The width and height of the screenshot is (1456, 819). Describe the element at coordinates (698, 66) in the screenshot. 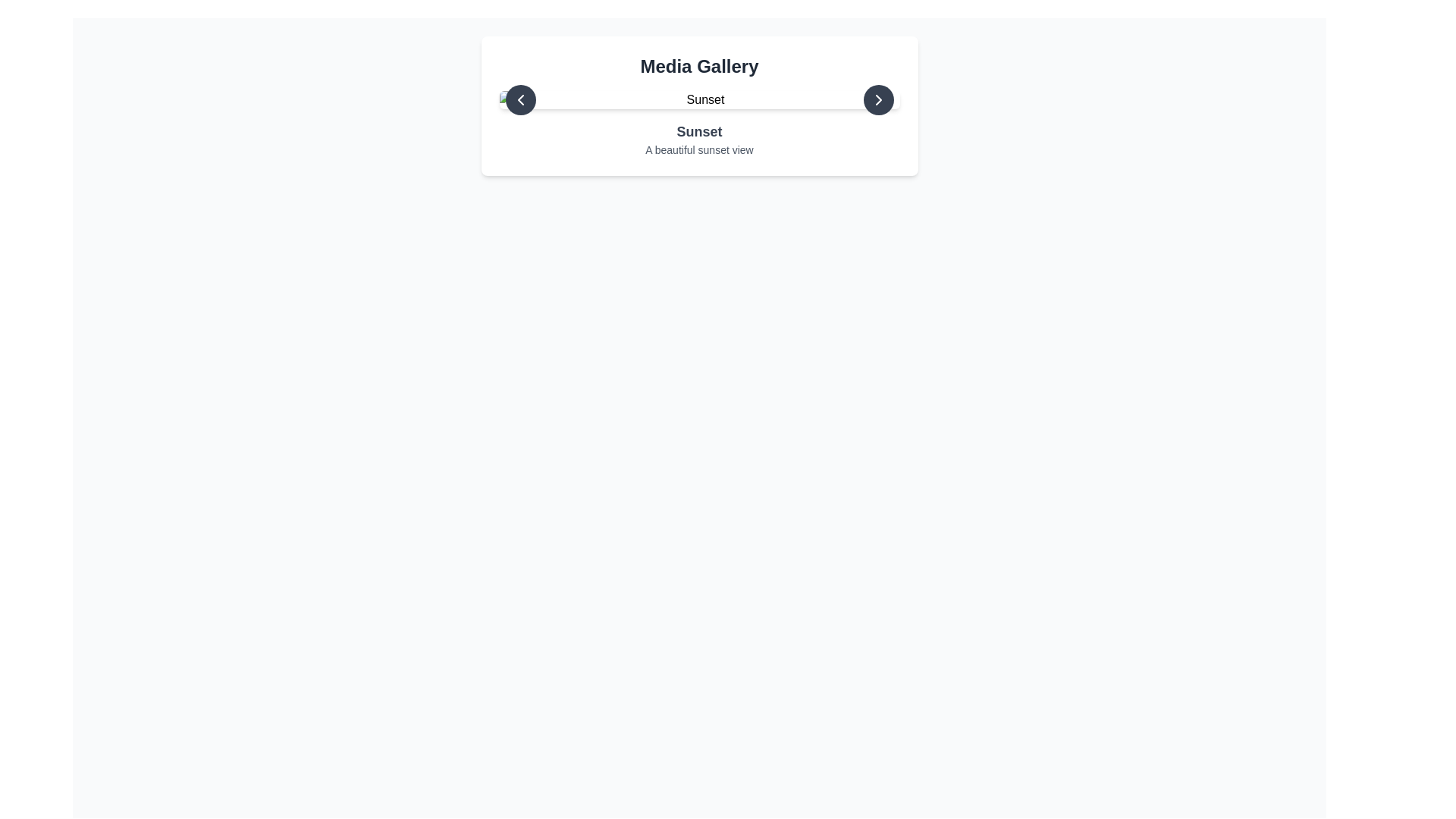

I see `the bold text label displaying 'Media Gallery' at the top of the card-like section` at that location.